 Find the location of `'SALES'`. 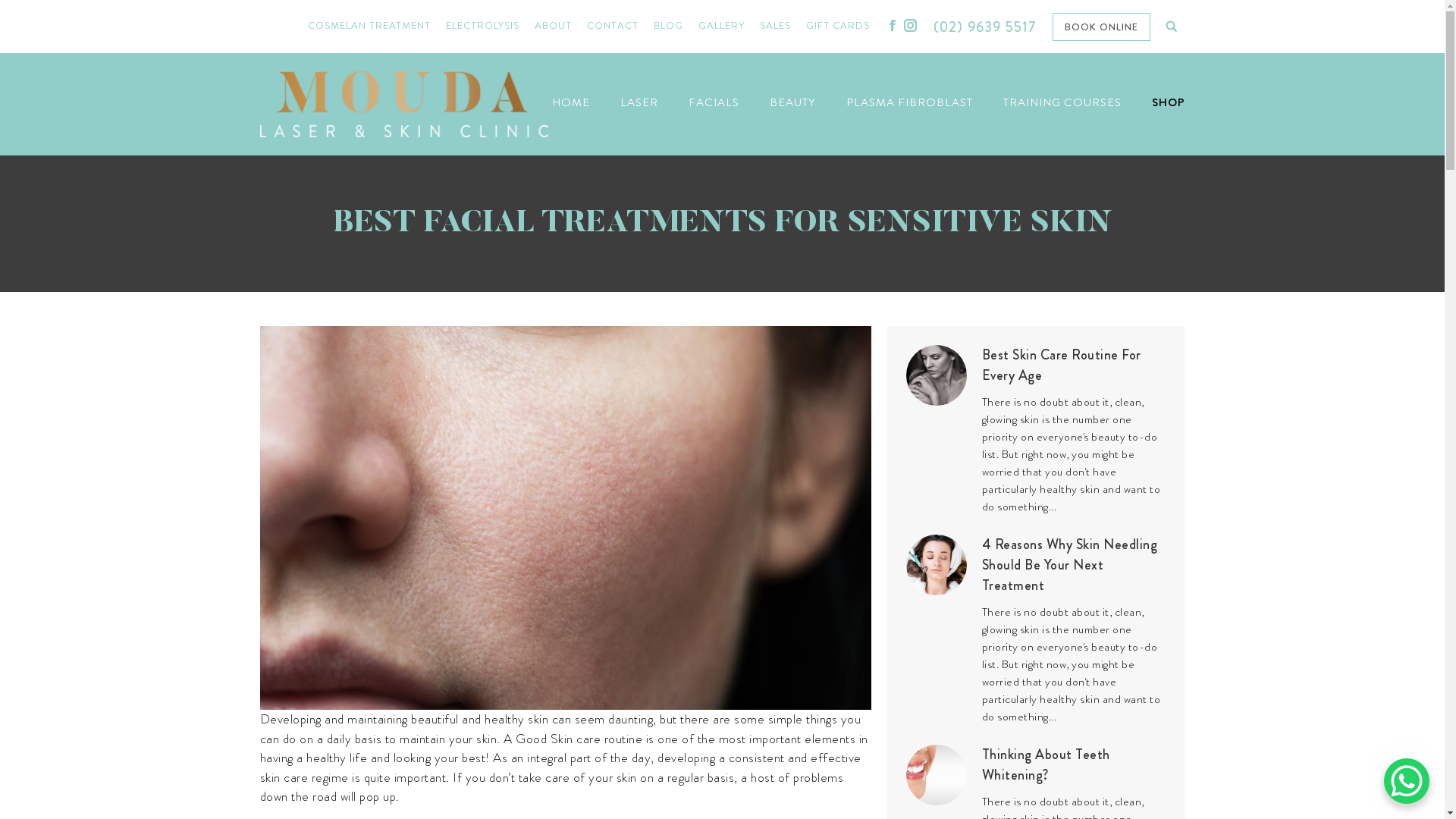

'SALES' is located at coordinates (775, 26).